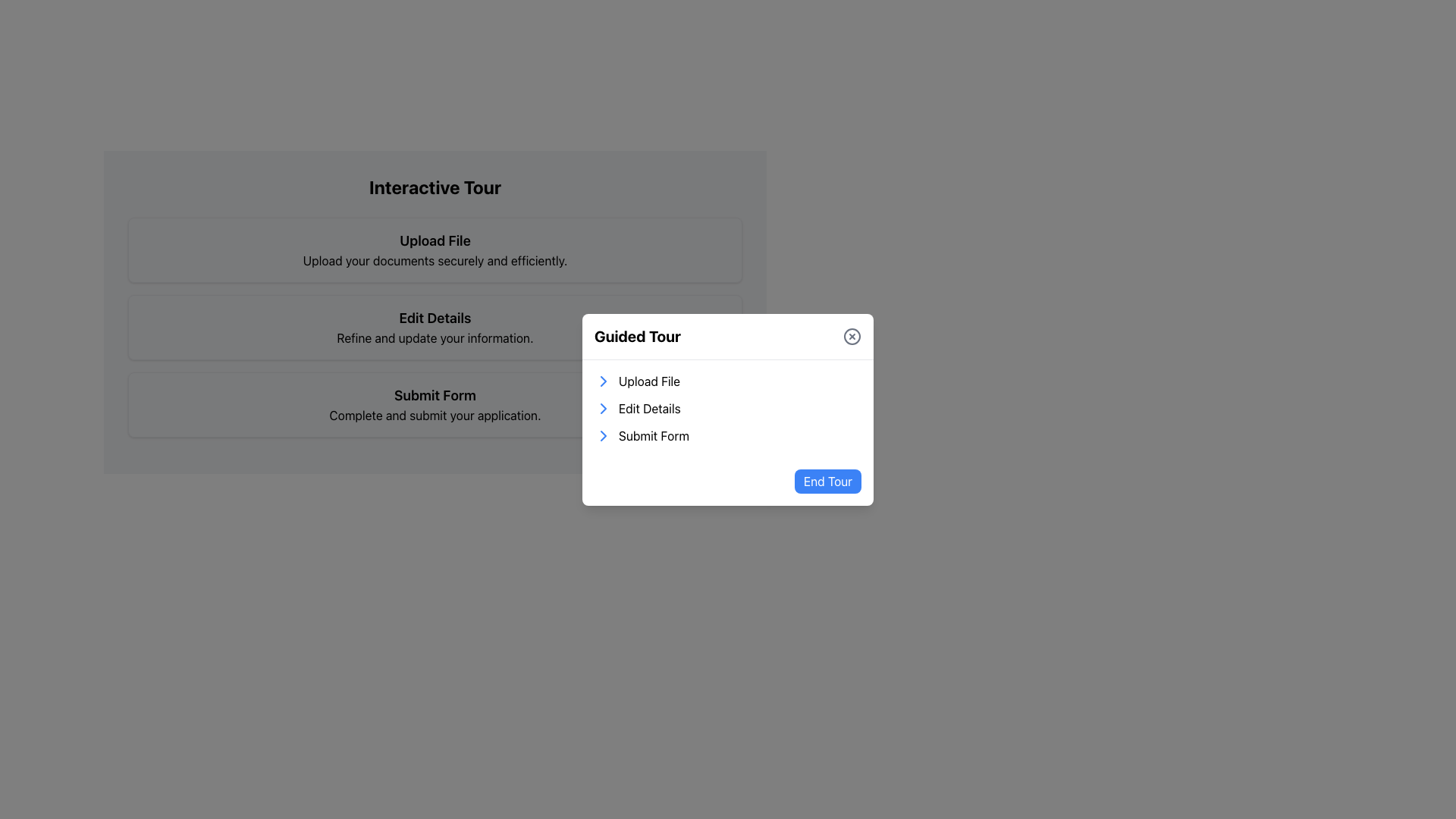 The image size is (1456, 819). Describe the element at coordinates (435, 186) in the screenshot. I see `large, bold, centered header text that reads 'Interactive Tour.'` at that location.